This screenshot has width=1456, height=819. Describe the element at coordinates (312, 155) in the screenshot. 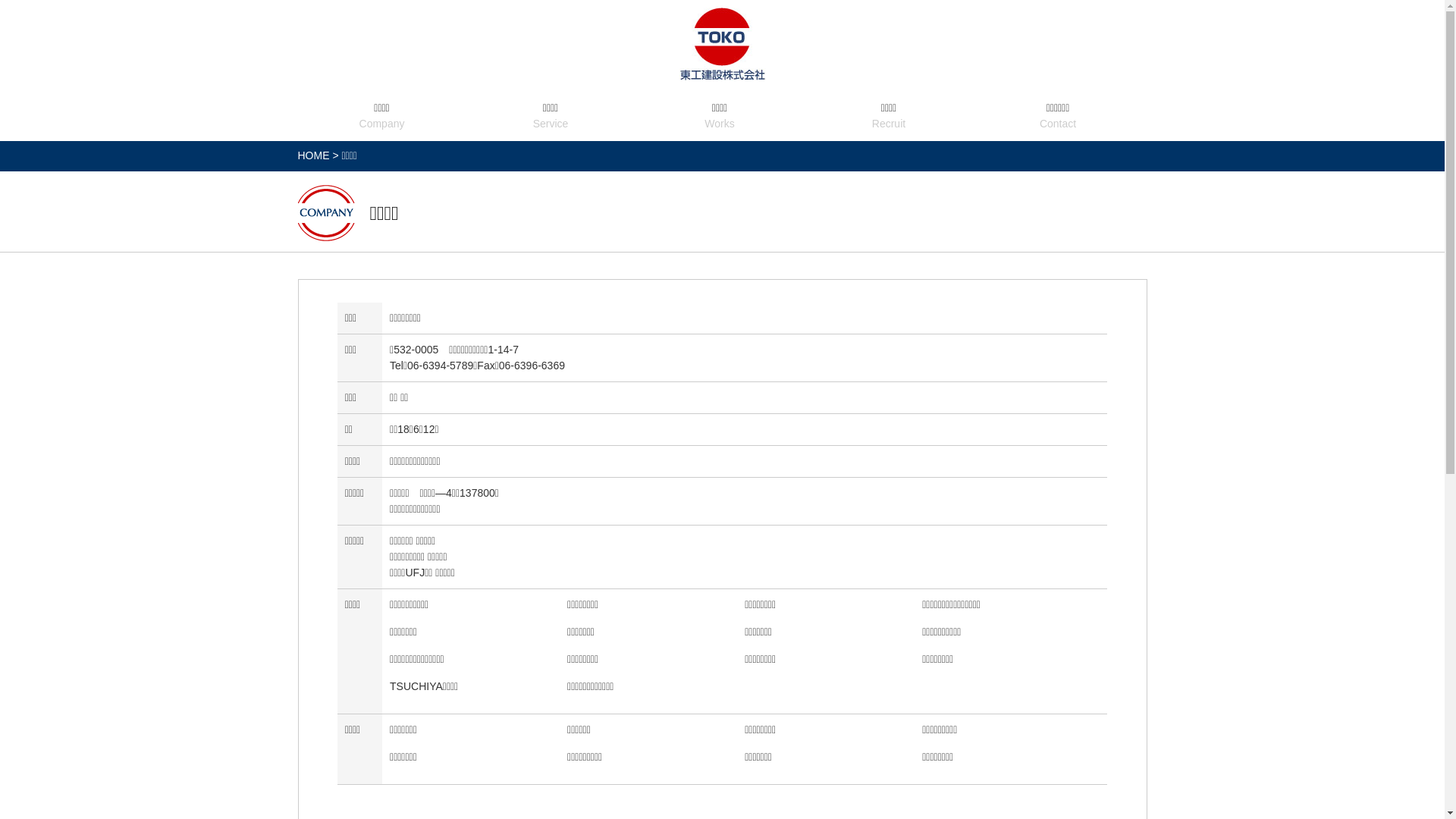

I see `'HOME'` at that location.